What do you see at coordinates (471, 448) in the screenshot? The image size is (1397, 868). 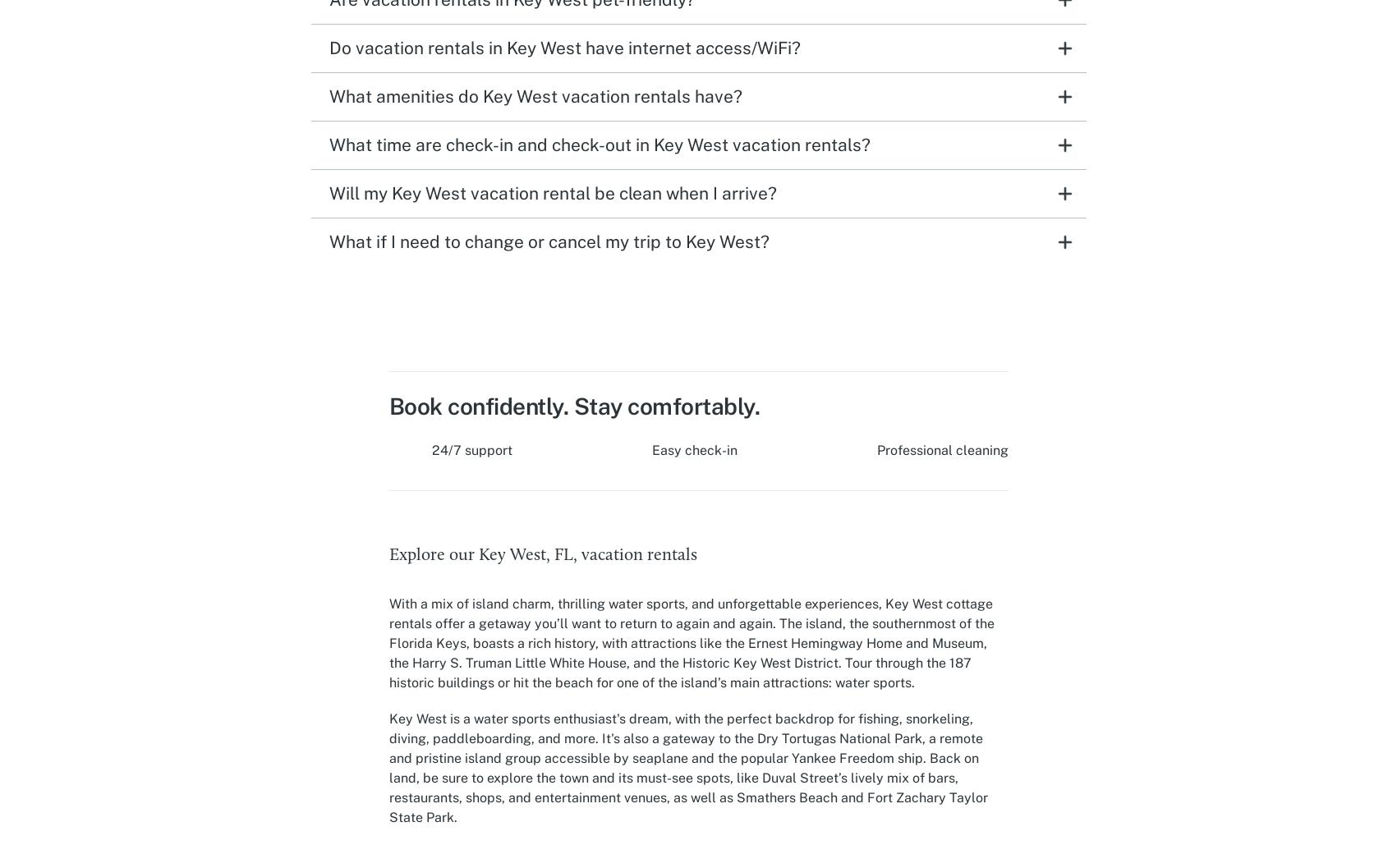 I see `'24/7 support'` at bounding box center [471, 448].